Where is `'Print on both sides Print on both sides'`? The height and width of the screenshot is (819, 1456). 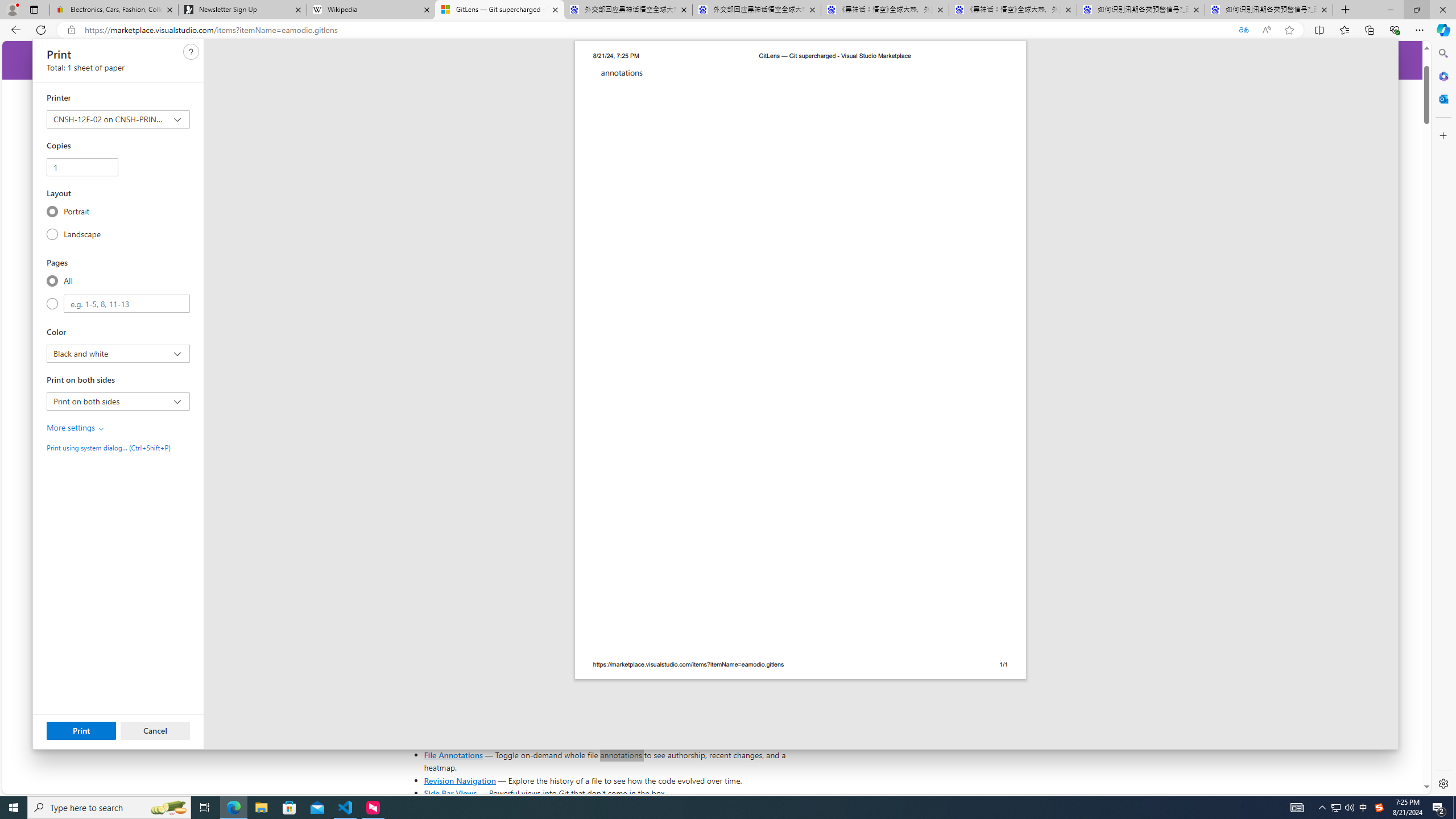
'Print on both sides Print on both sides' is located at coordinates (118, 400).